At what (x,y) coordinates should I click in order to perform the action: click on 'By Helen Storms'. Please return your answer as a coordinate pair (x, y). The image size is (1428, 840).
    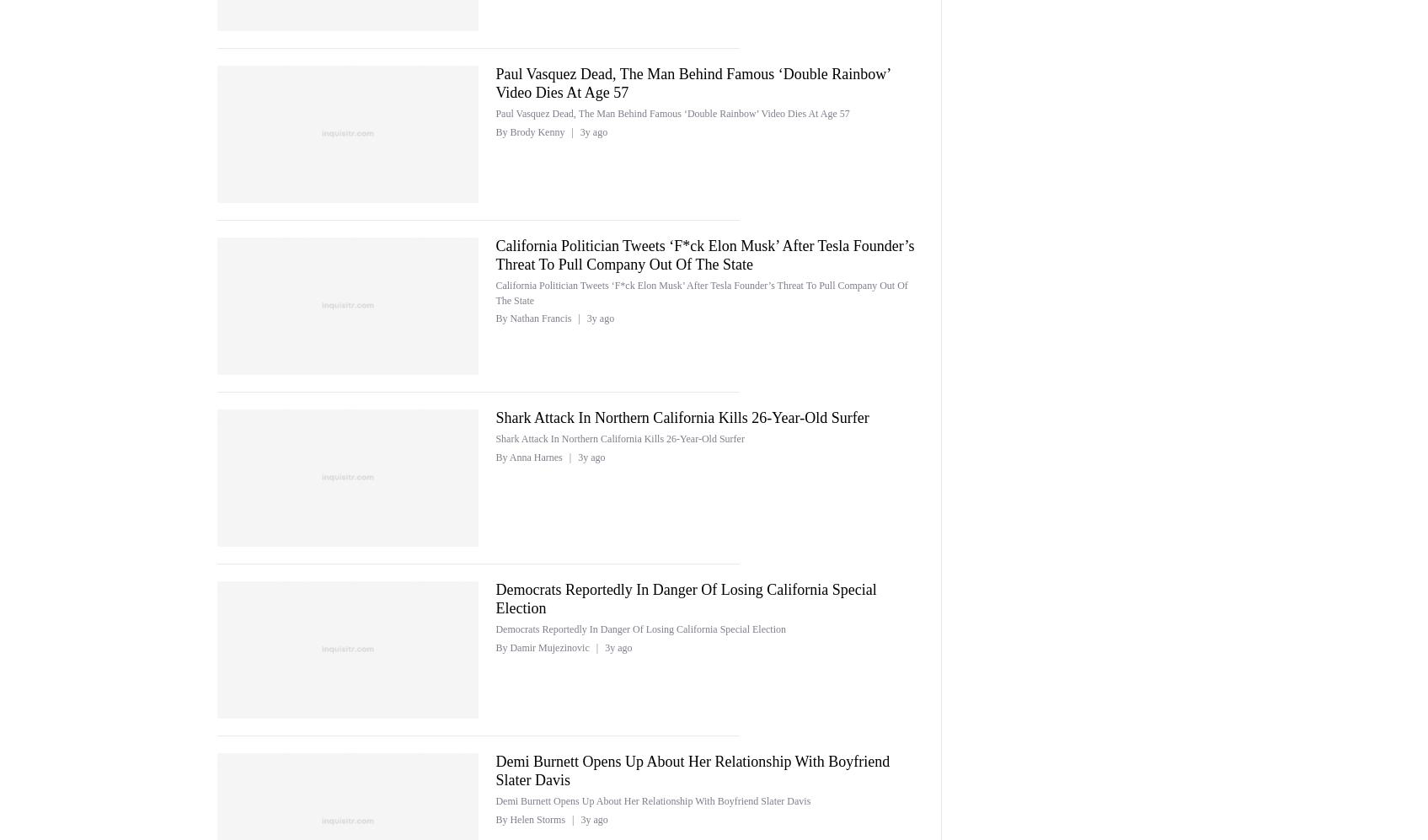
    Looking at the image, I should click on (531, 817).